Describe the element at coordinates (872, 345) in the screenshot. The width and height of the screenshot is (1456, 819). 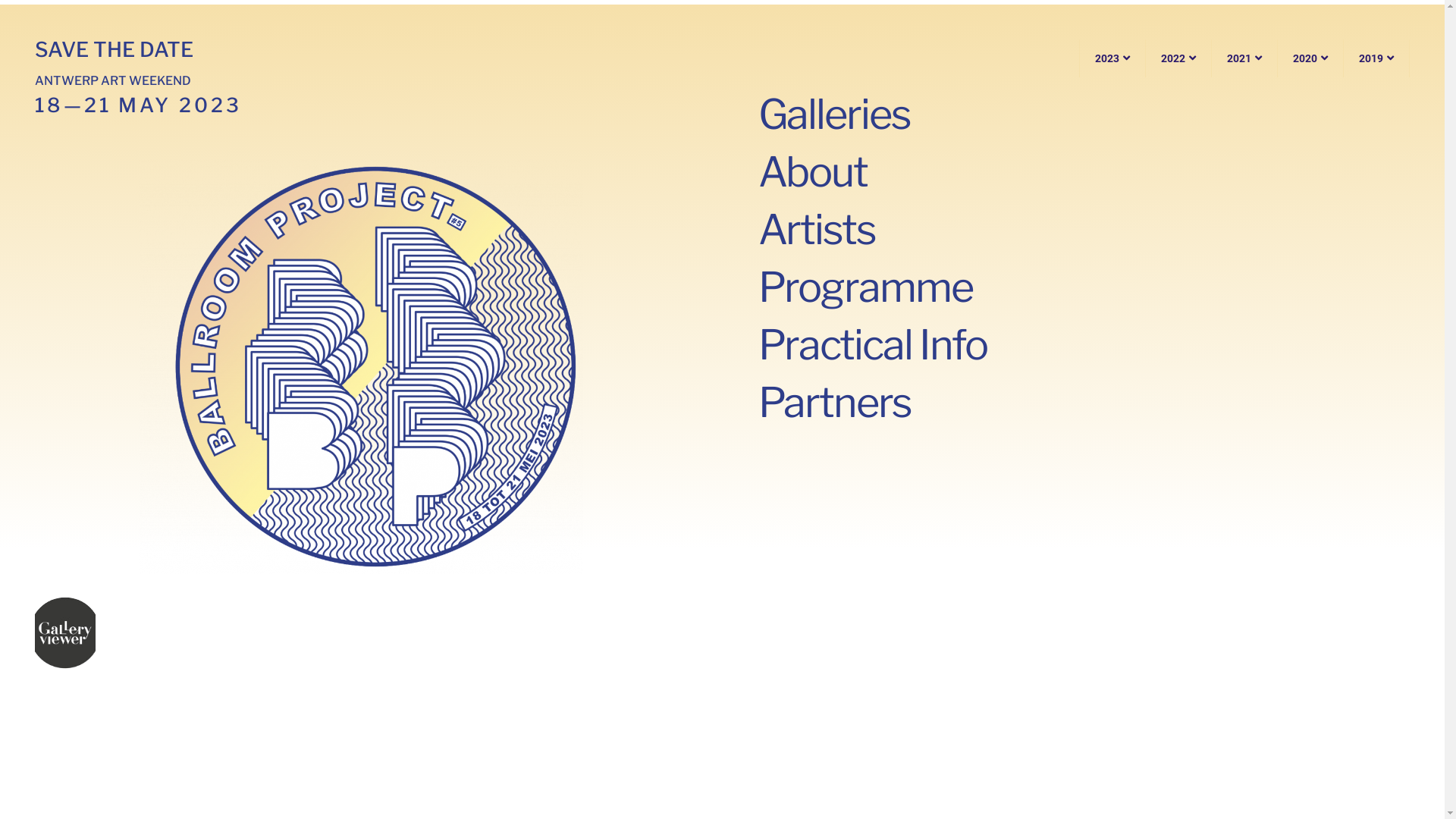
I see `'Practical Info'` at that location.